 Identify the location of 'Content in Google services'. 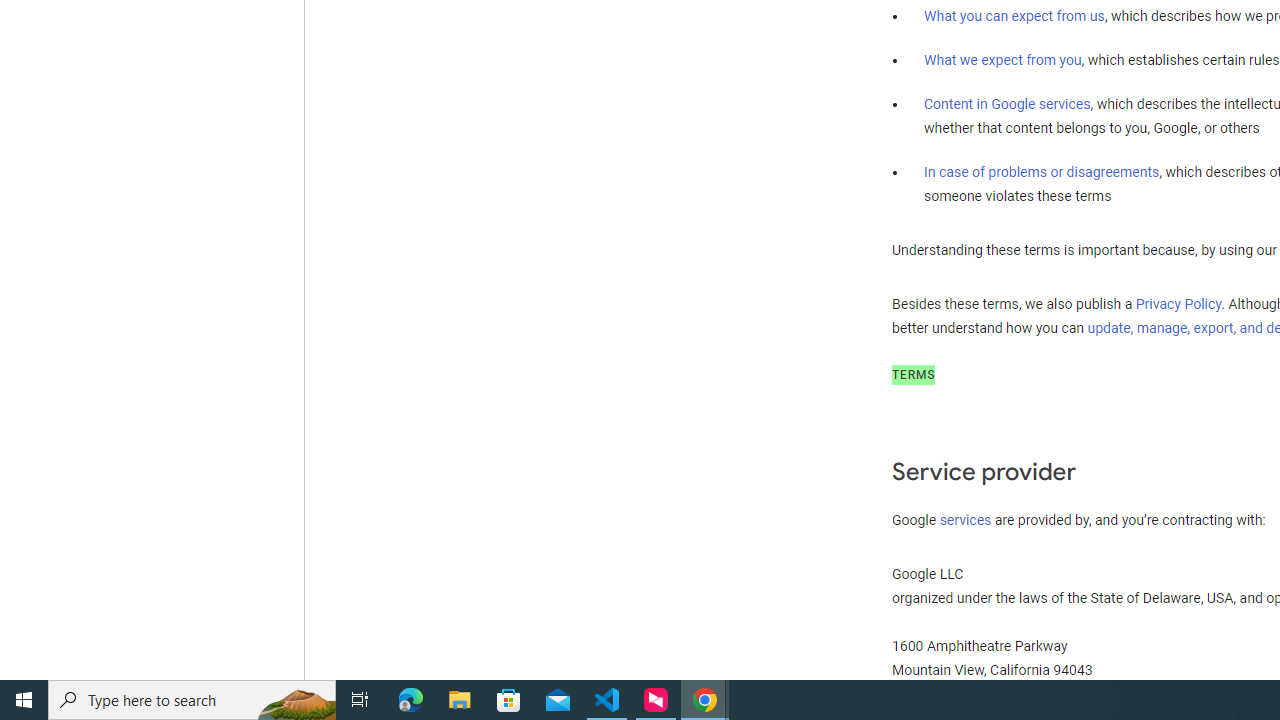
(1007, 104).